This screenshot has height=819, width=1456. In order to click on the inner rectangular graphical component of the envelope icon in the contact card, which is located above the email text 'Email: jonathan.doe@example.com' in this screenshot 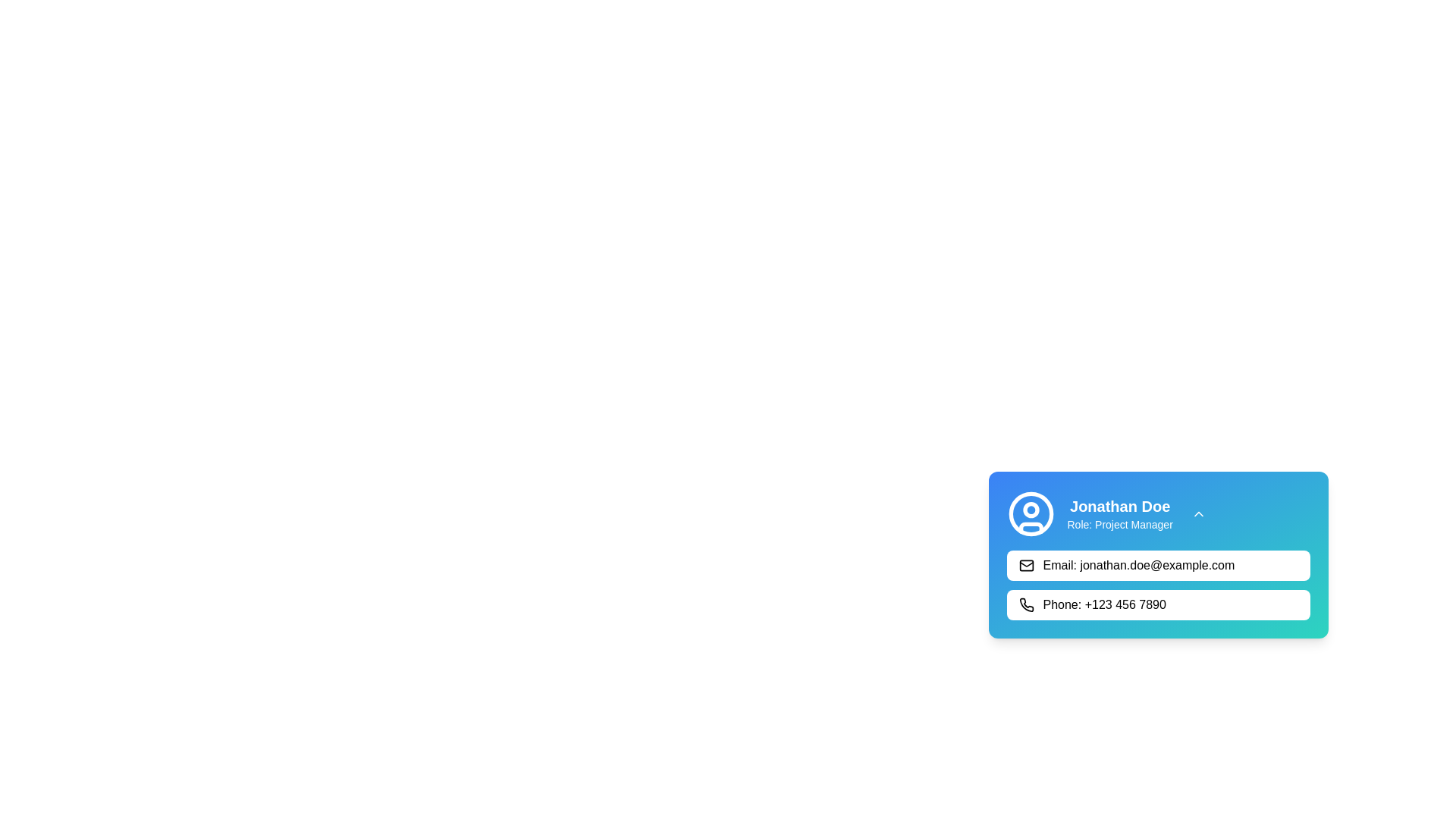, I will do `click(1026, 565)`.